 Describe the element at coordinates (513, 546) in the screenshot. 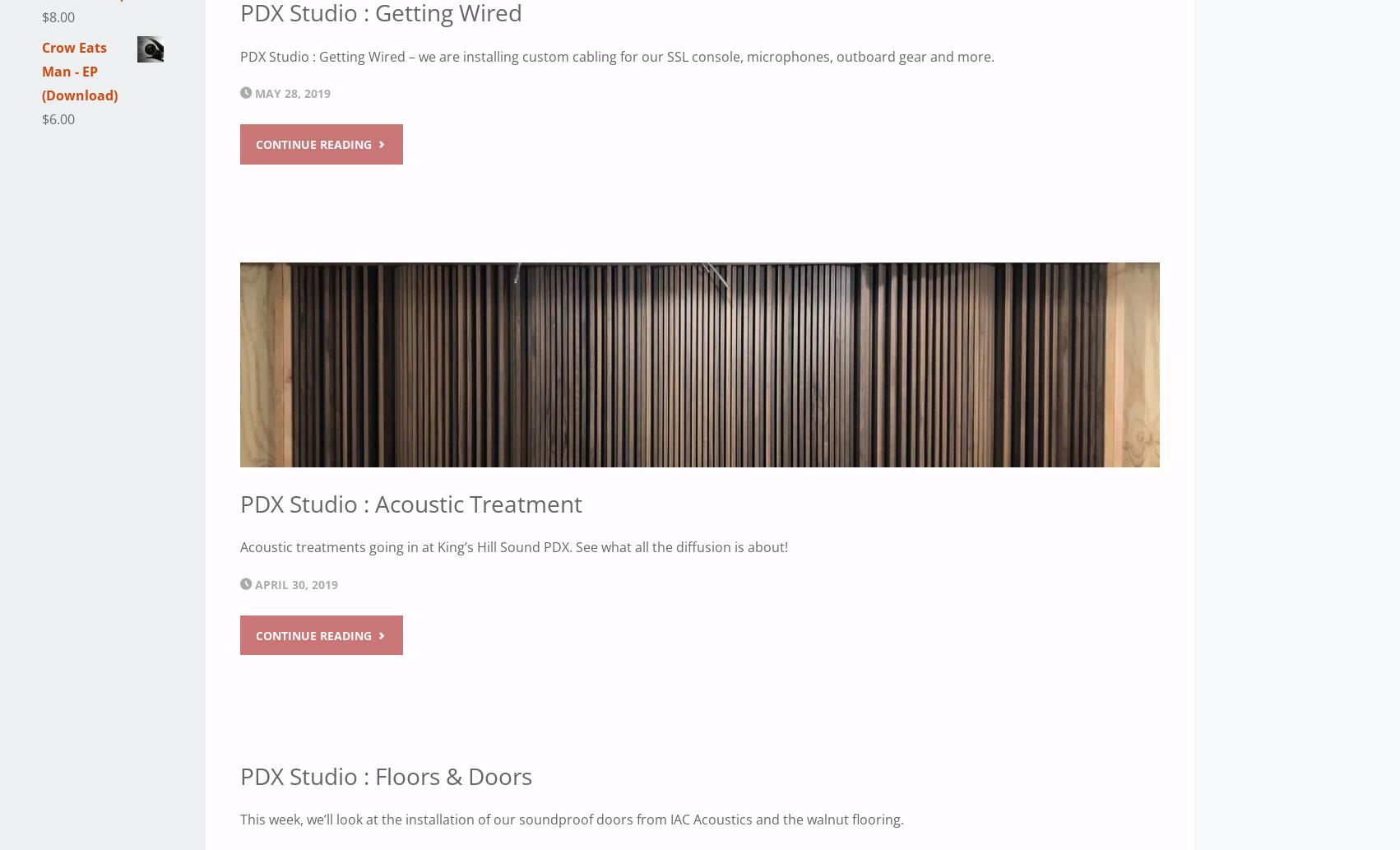

I see `'Acoustic treatments going in at King’s Hill Sound PDX.  See what all the diffusion is about!'` at that location.